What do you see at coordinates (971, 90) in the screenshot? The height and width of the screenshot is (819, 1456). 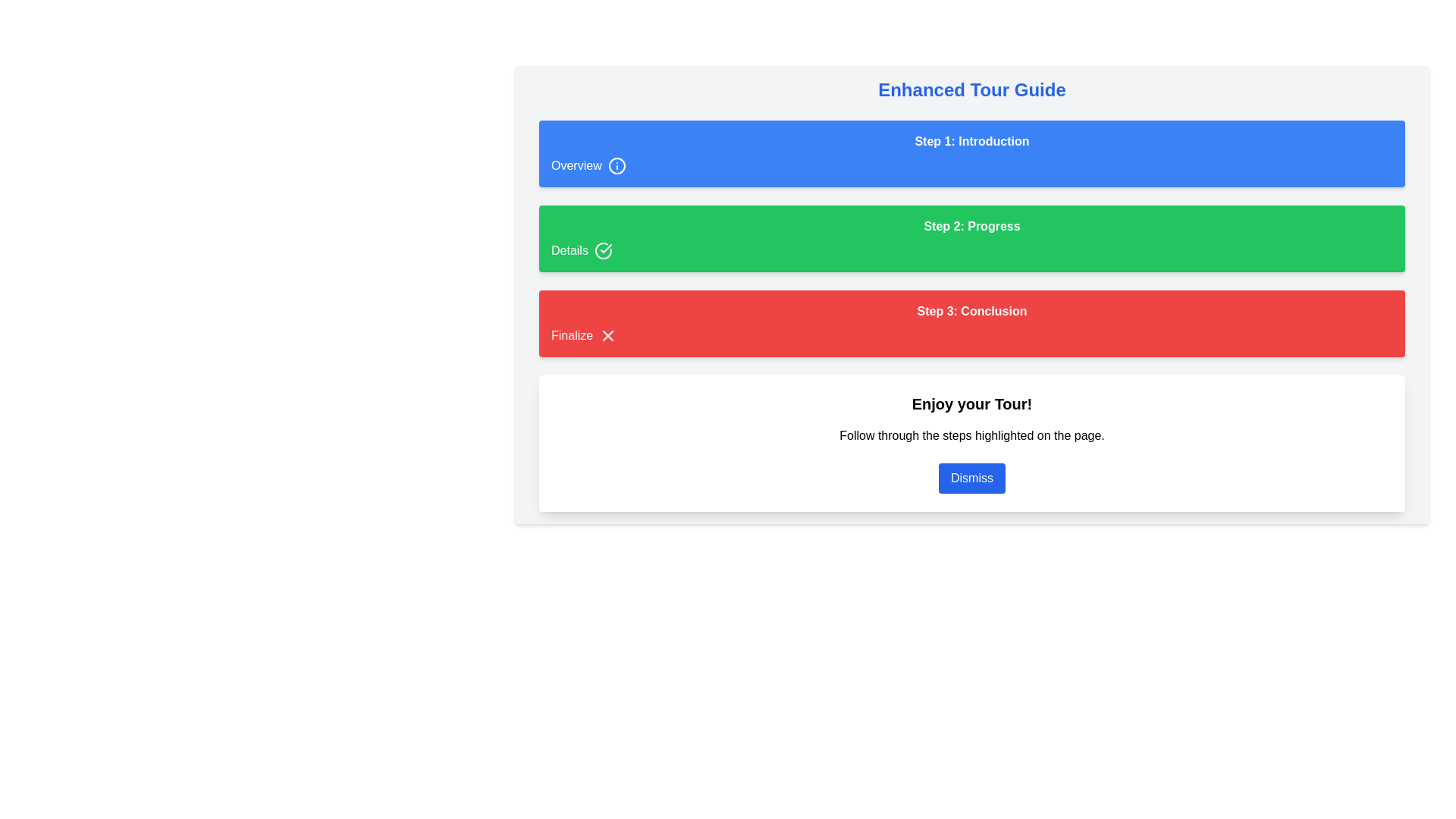 I see `the Text Label displaying 'Enhanced Tour Guide' at the top of the interface, which is styled in a large, bold blue font` at bounding box center [971, 90].